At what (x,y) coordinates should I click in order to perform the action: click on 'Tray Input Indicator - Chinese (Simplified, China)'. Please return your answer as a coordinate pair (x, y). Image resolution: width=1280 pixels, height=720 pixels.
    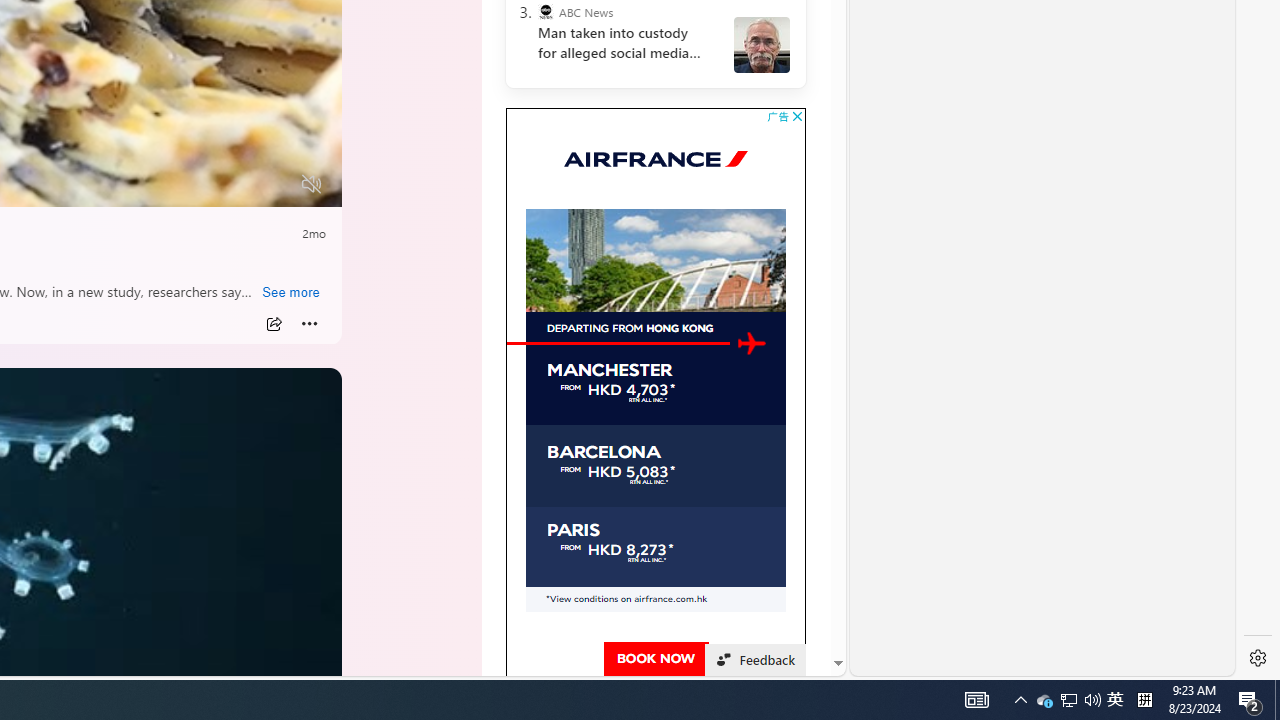
    Looking at the image, I should click on (1144, 698).